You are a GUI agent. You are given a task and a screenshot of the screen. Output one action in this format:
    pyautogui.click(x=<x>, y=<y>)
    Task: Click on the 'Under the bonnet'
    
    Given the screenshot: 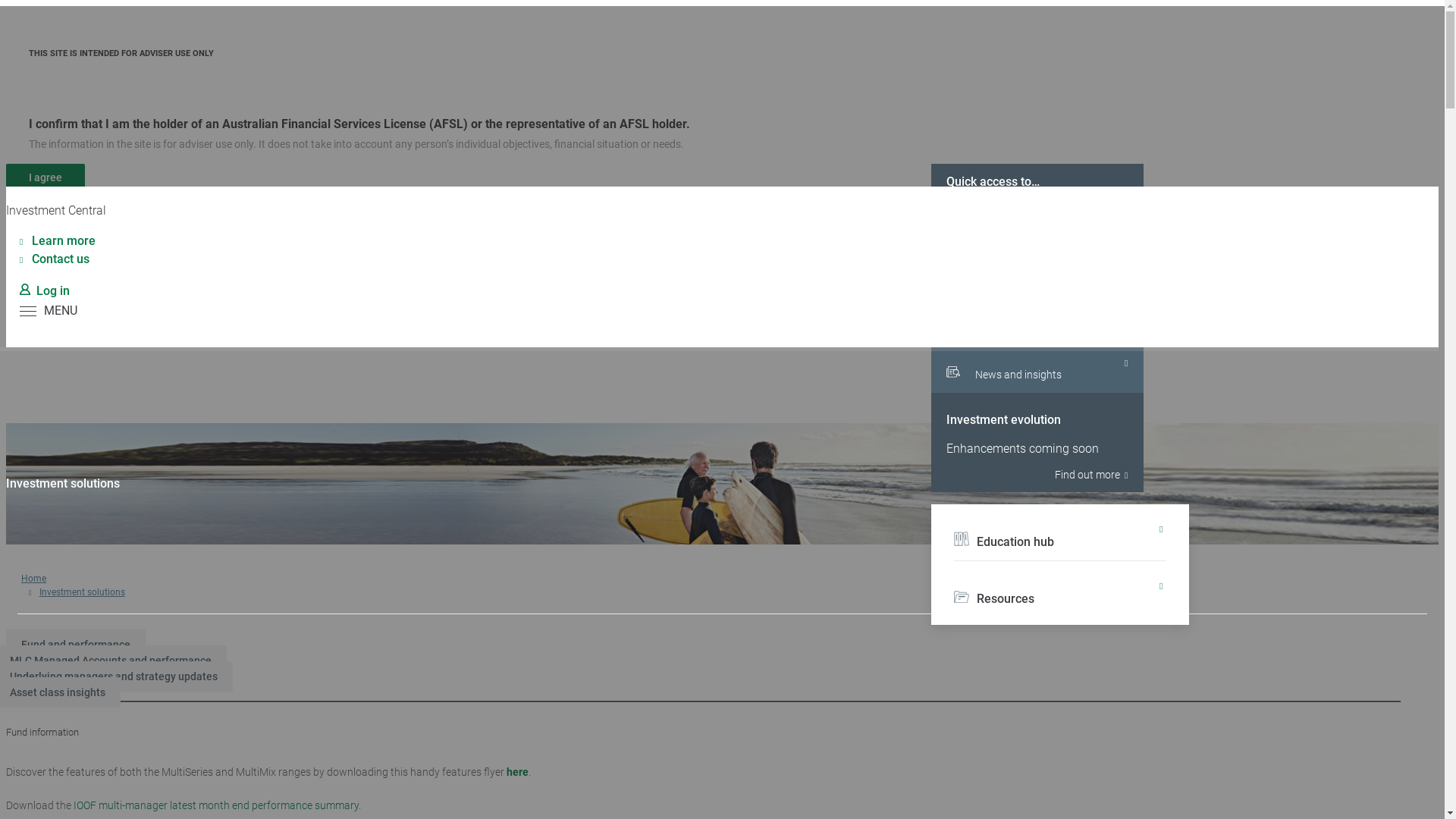 What is the action you would take?
    pyautogui.click(x=1037, y=271)
    